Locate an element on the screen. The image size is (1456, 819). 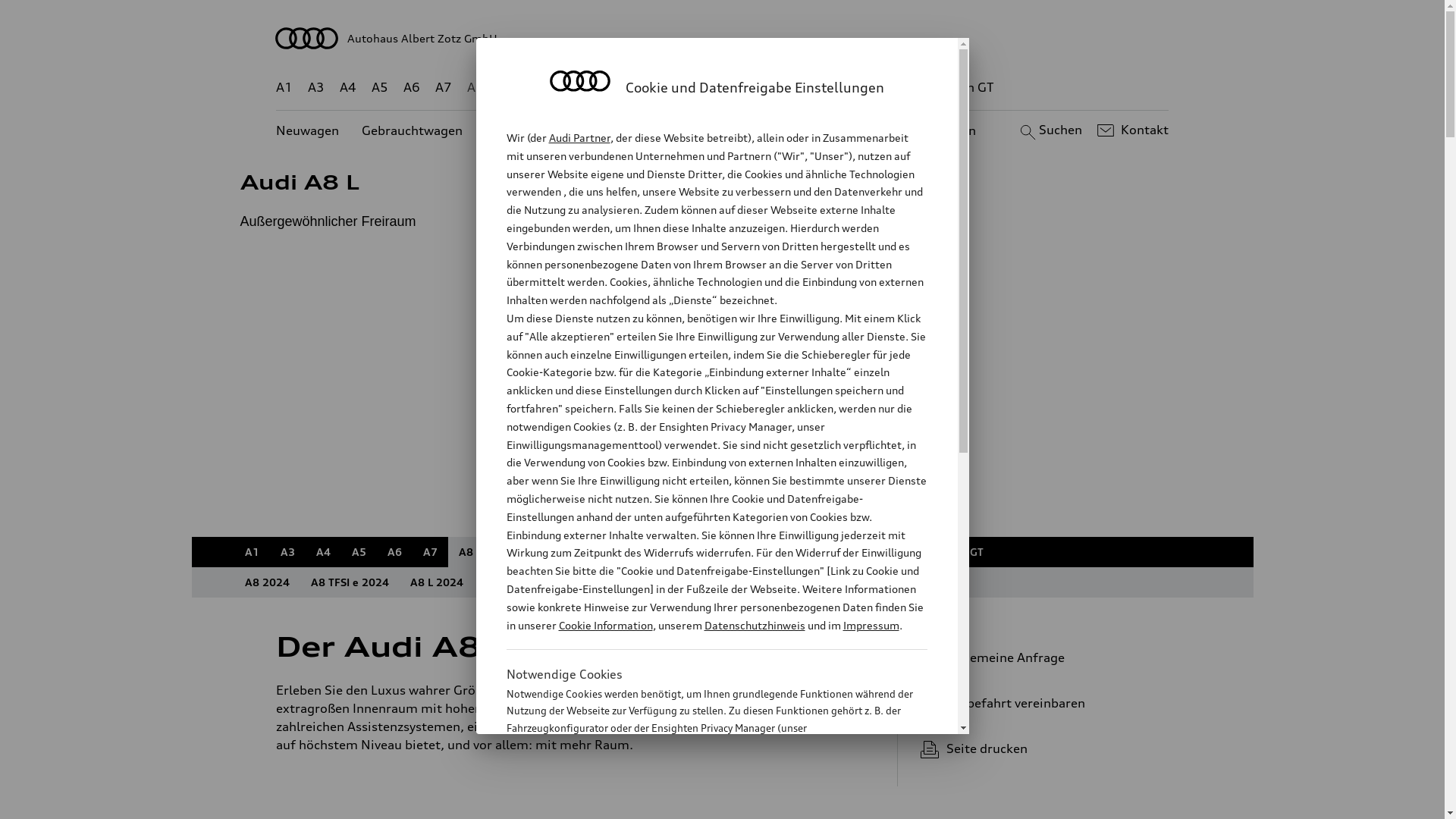
'TT' is located at coordinates (814, 87).